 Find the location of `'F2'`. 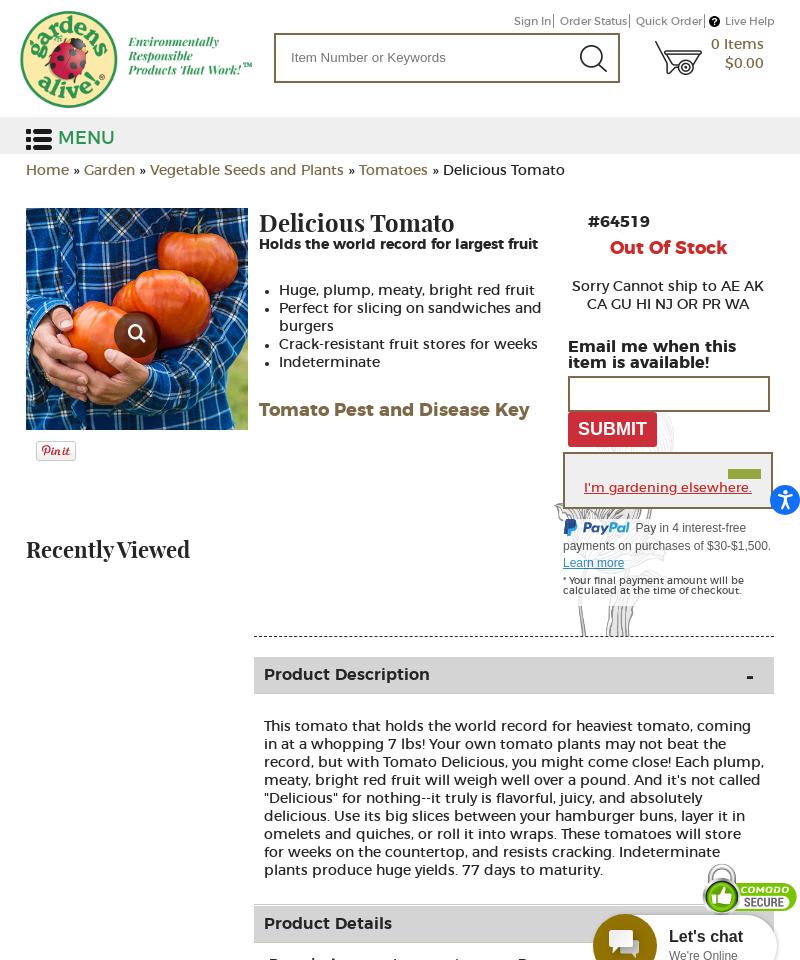

'F2' is located at coordinates (164, 255).